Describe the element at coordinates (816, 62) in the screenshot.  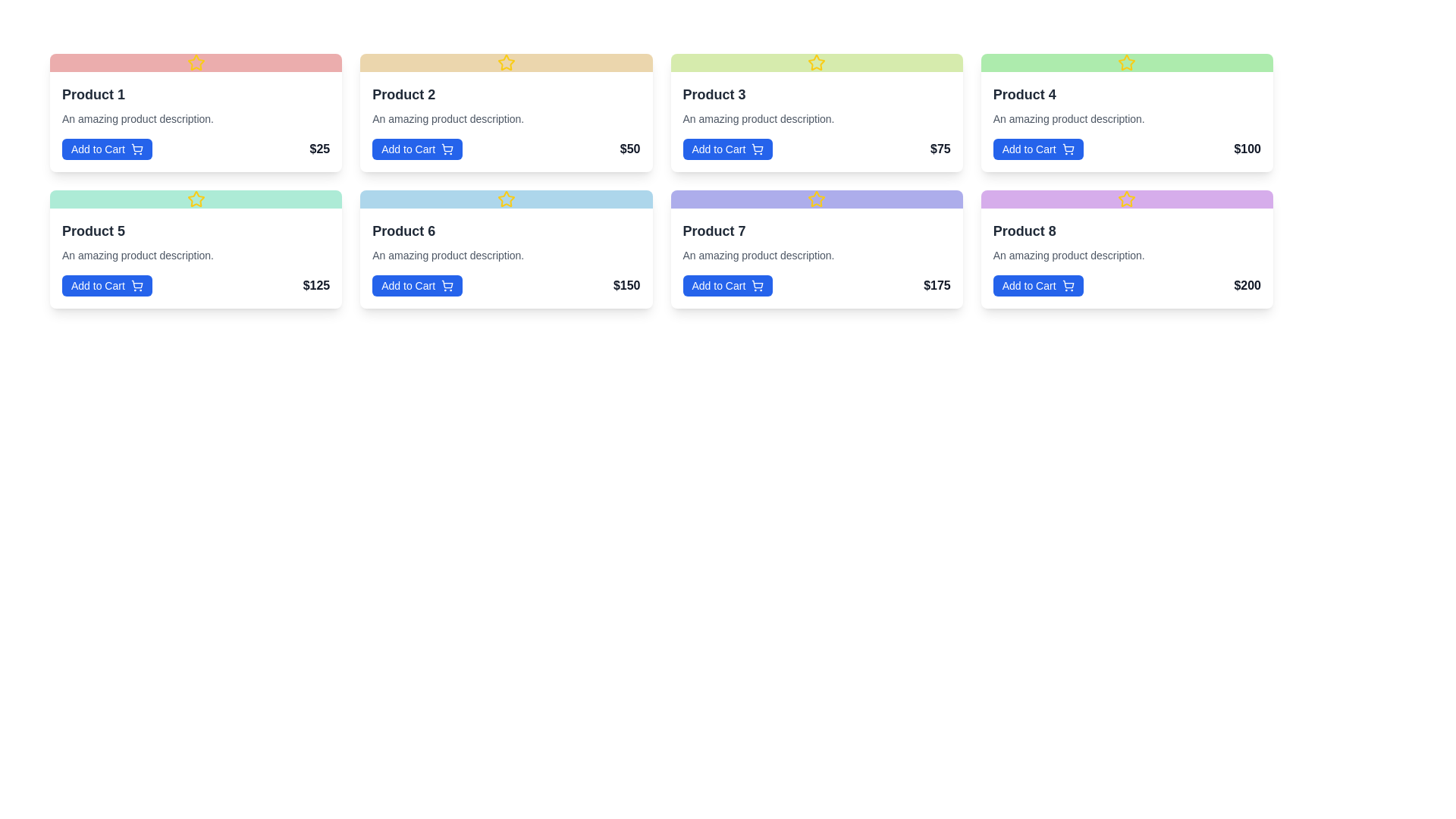
I see `the star icon with a yellow outline located in the center top of the light green header section of the third product card` at that location.